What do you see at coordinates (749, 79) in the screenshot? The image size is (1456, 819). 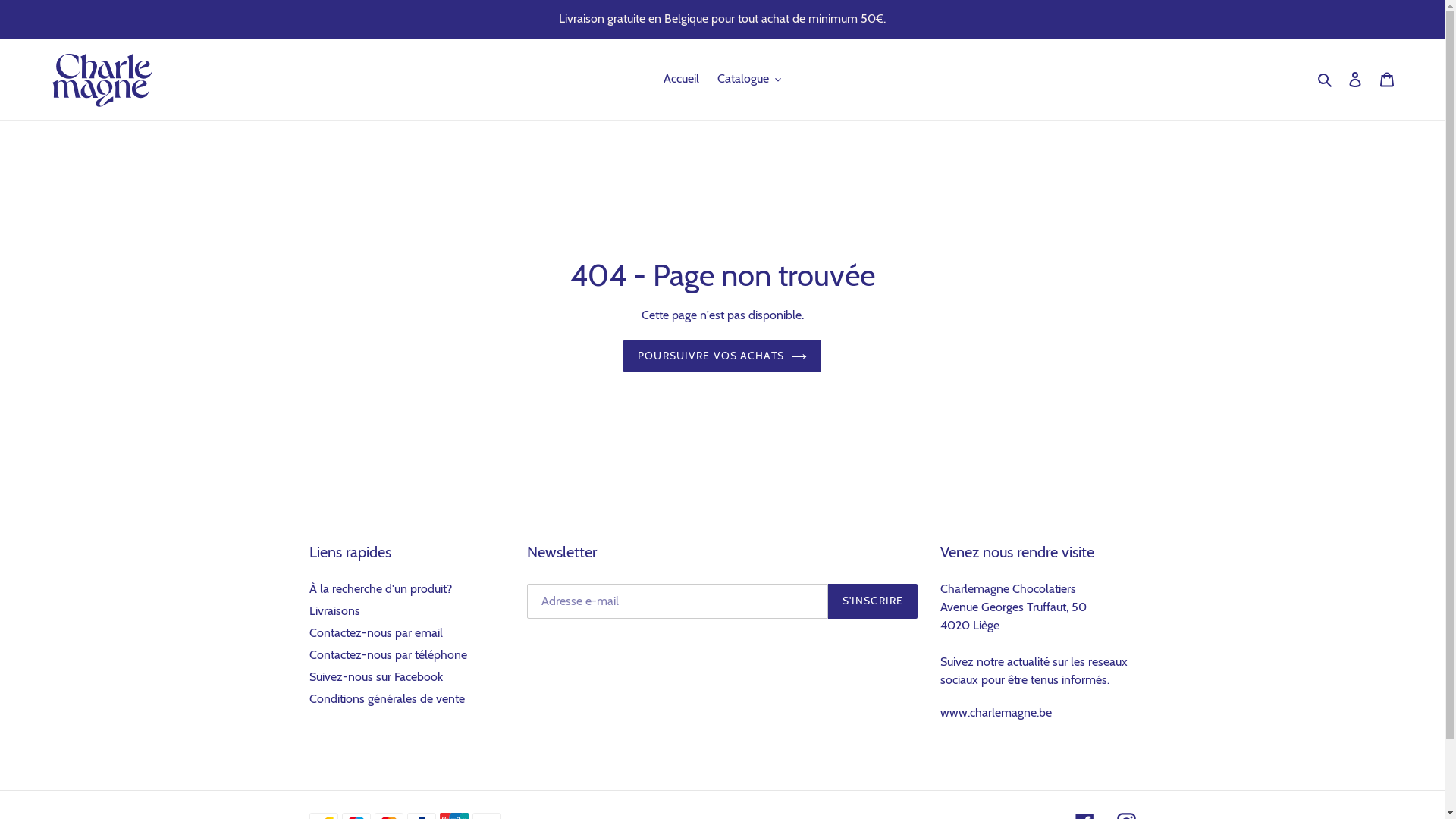 I see `'Catalogue'` at bounding box center [749, 79].